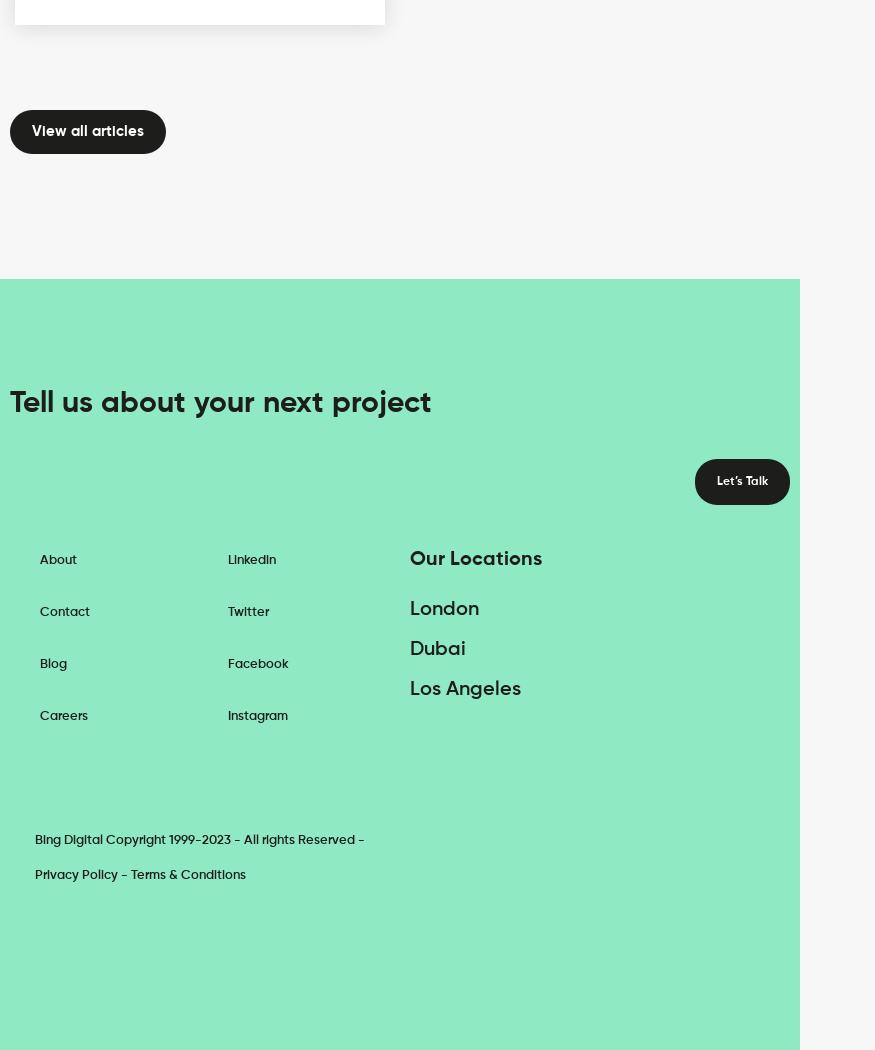  What do you see at coordinates (88, 129) in the screenshot?
I see `'View all articles'` at bounding box center [88, 129].